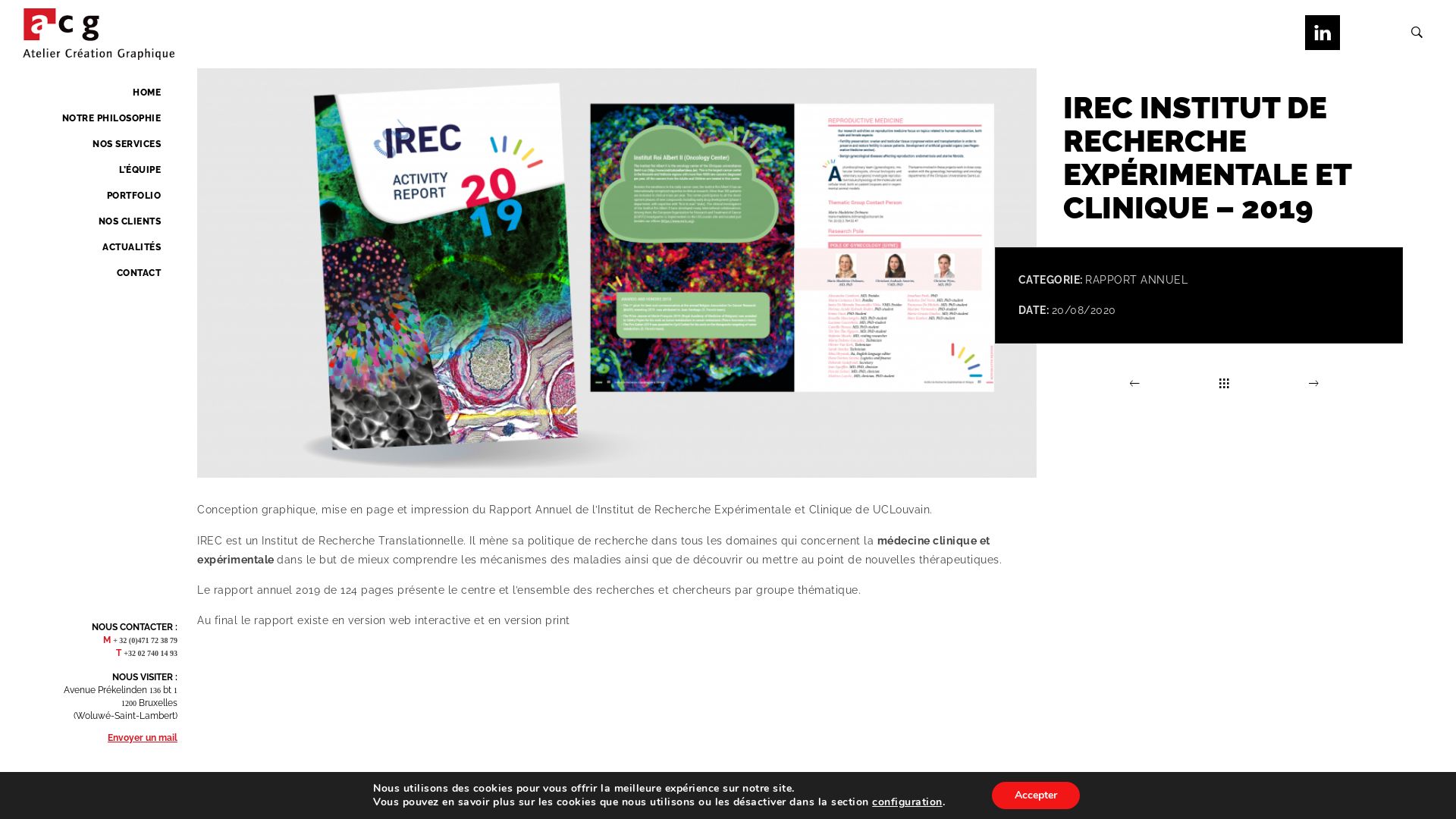  What do you see at coordinates (746, 427) in the screenshot?
I see `'Search'` at bounding box center [746, 427].